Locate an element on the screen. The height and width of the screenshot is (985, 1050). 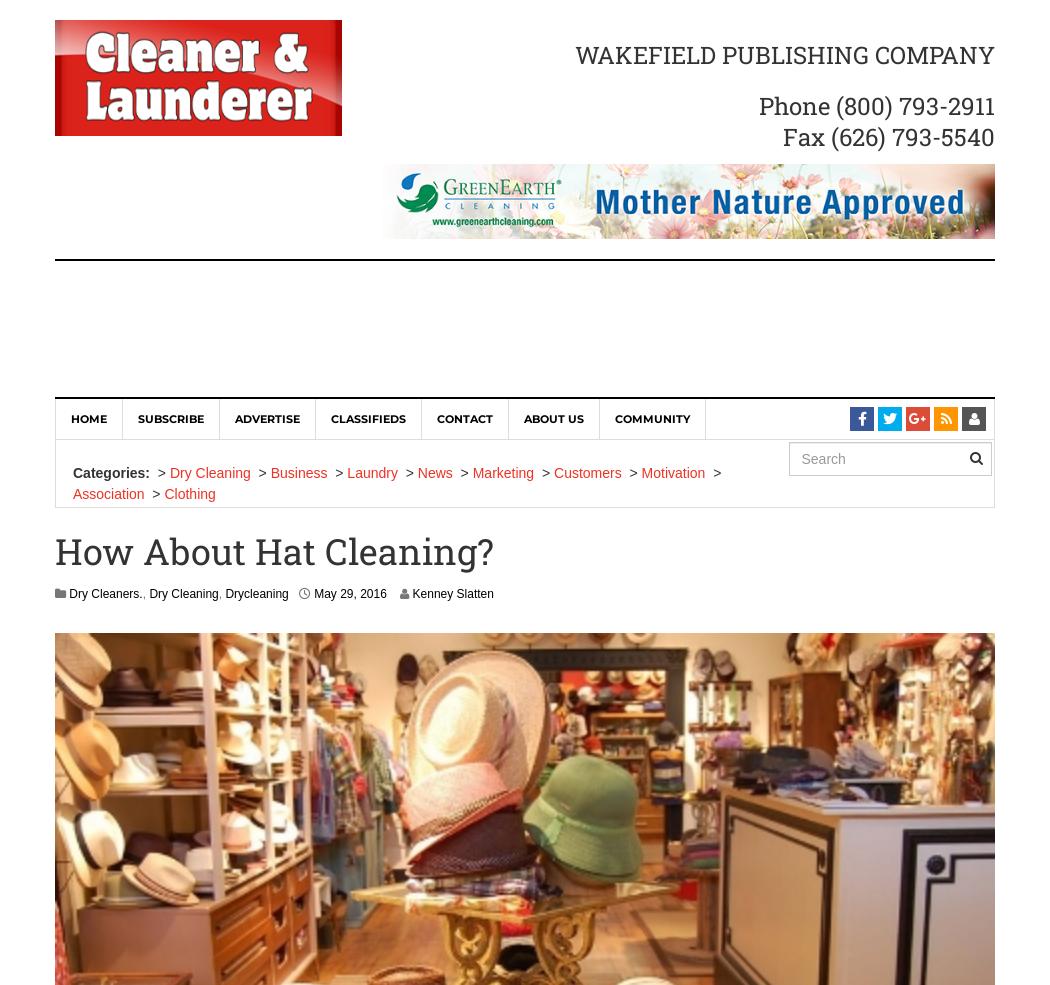
'How About Hat Cleaning?' is located at coordinates (273, 551).